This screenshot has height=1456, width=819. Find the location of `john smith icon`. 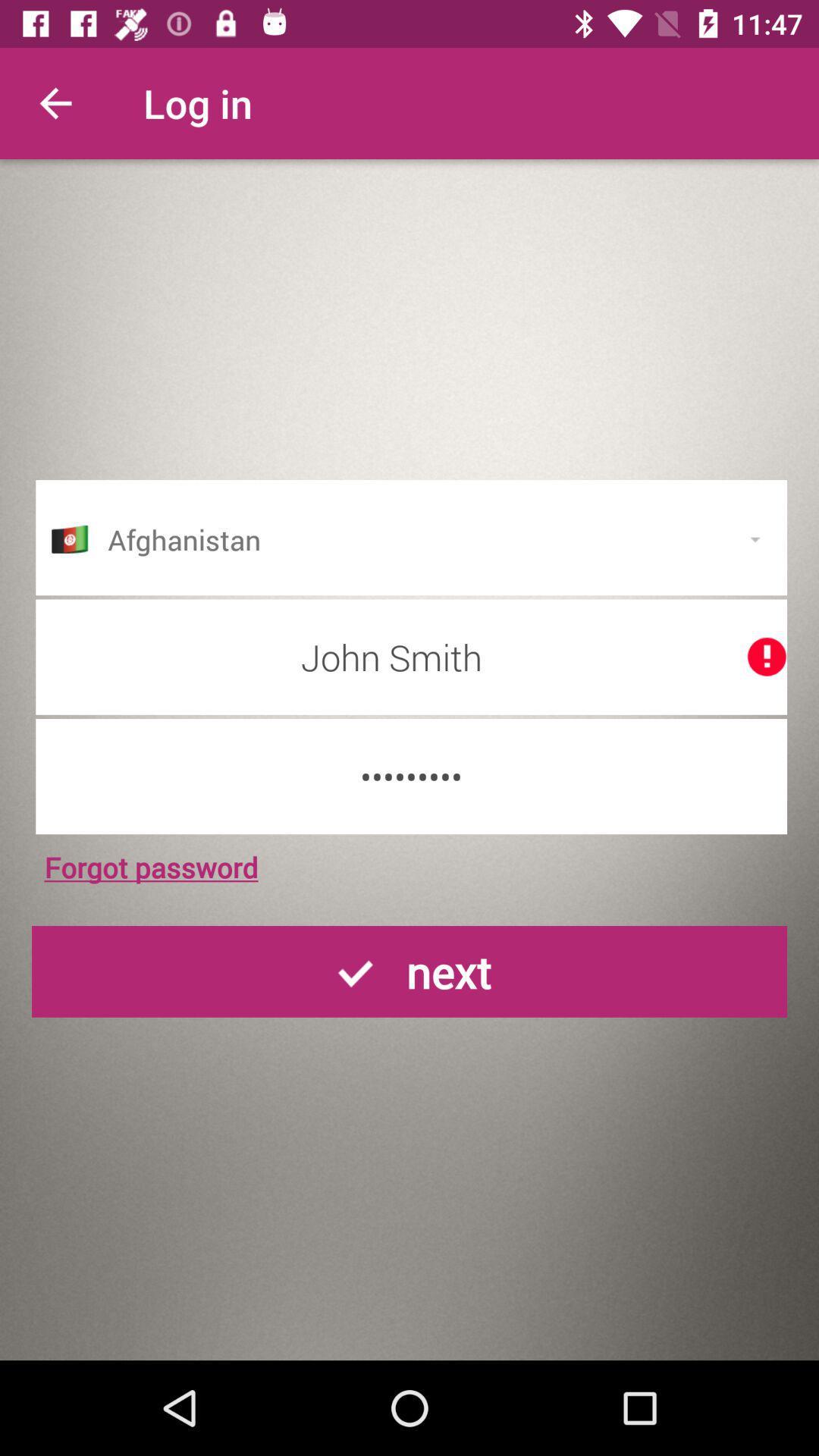

john smith icon is located at coordinates (411, 657).